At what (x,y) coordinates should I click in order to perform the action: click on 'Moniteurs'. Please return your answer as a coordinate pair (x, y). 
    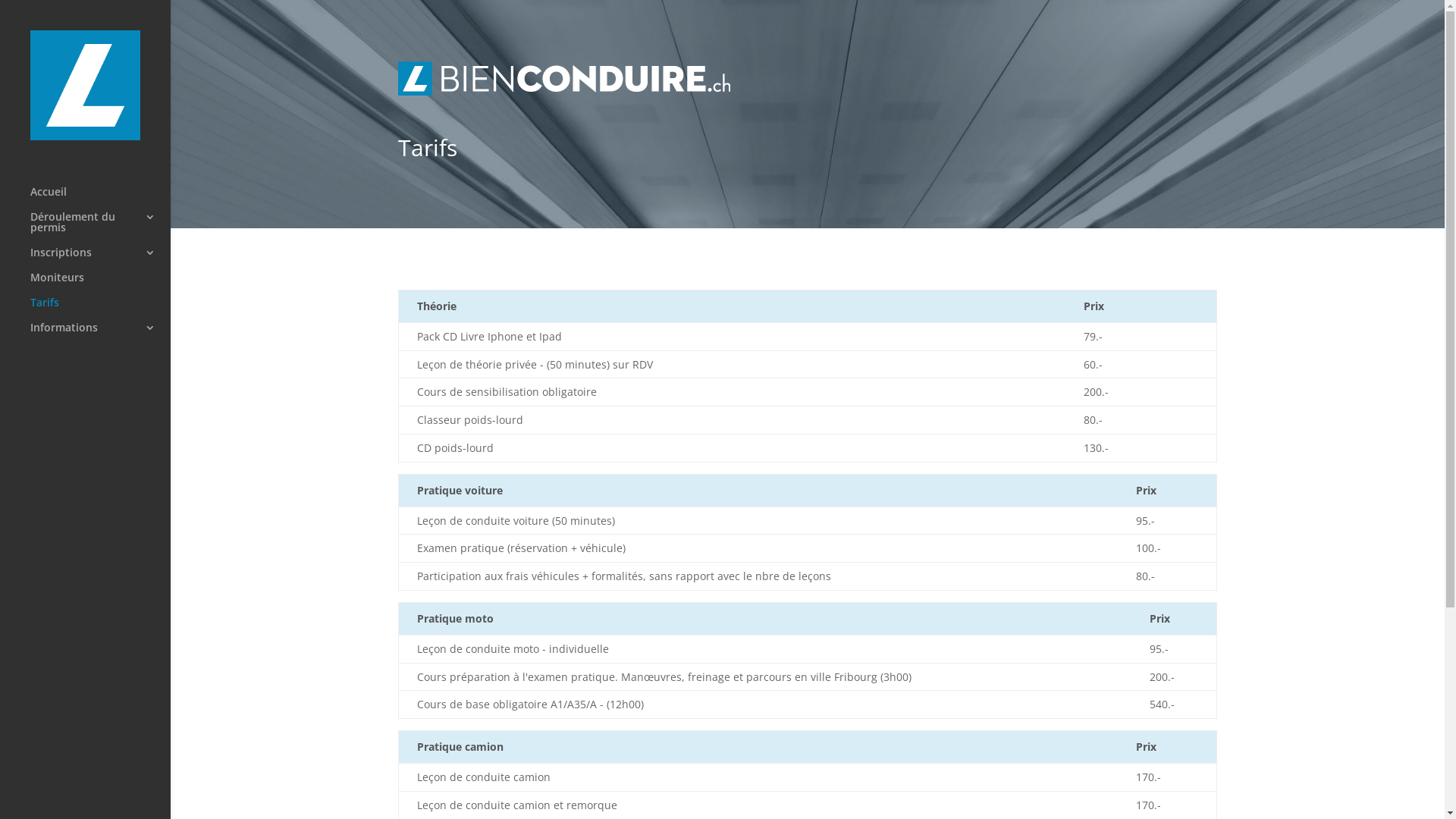
    Looking at the image, I should click on (99, 284).